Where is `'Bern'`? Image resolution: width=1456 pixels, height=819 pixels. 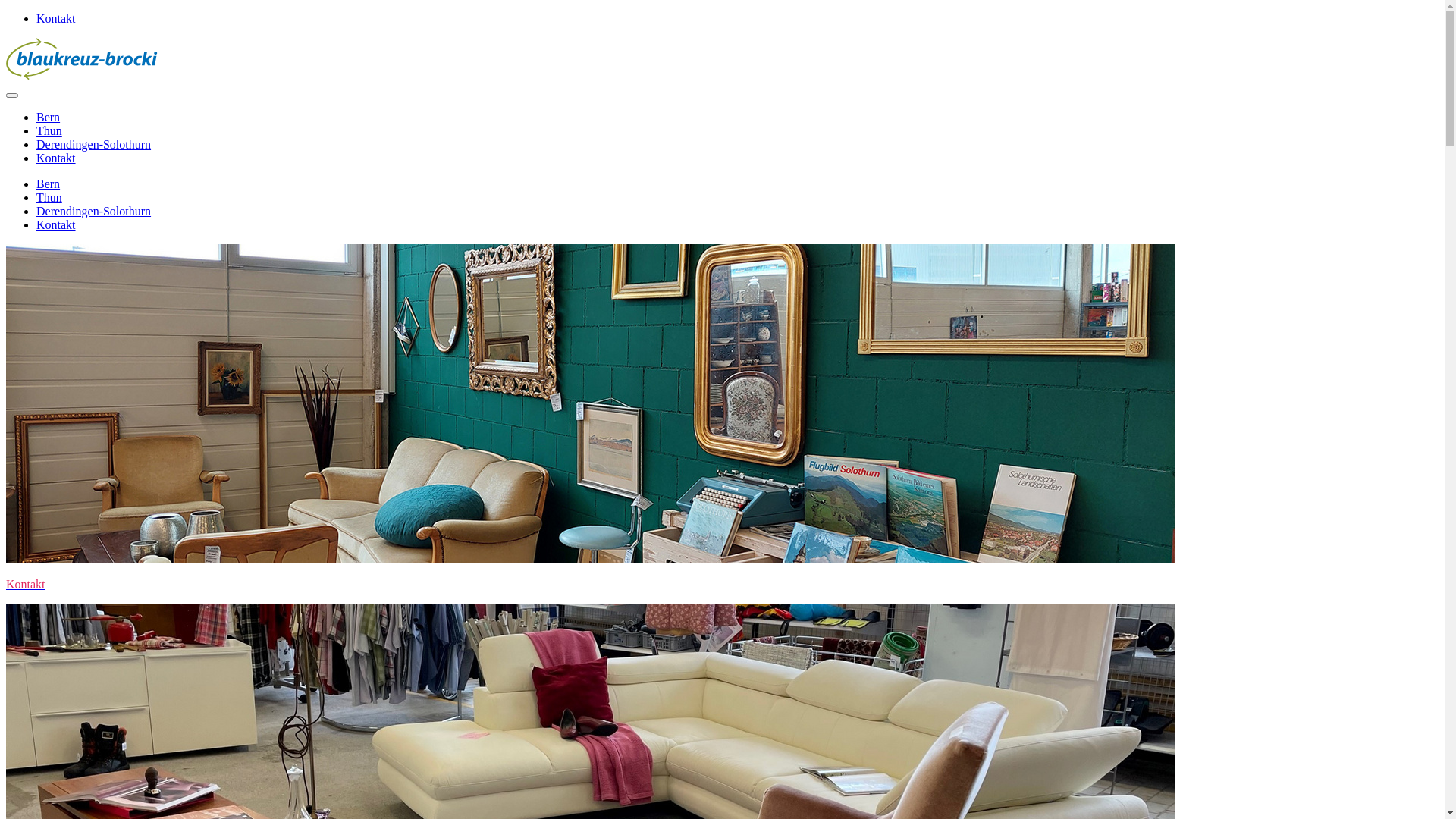
'Bern' is located at coordinates (48, 116).